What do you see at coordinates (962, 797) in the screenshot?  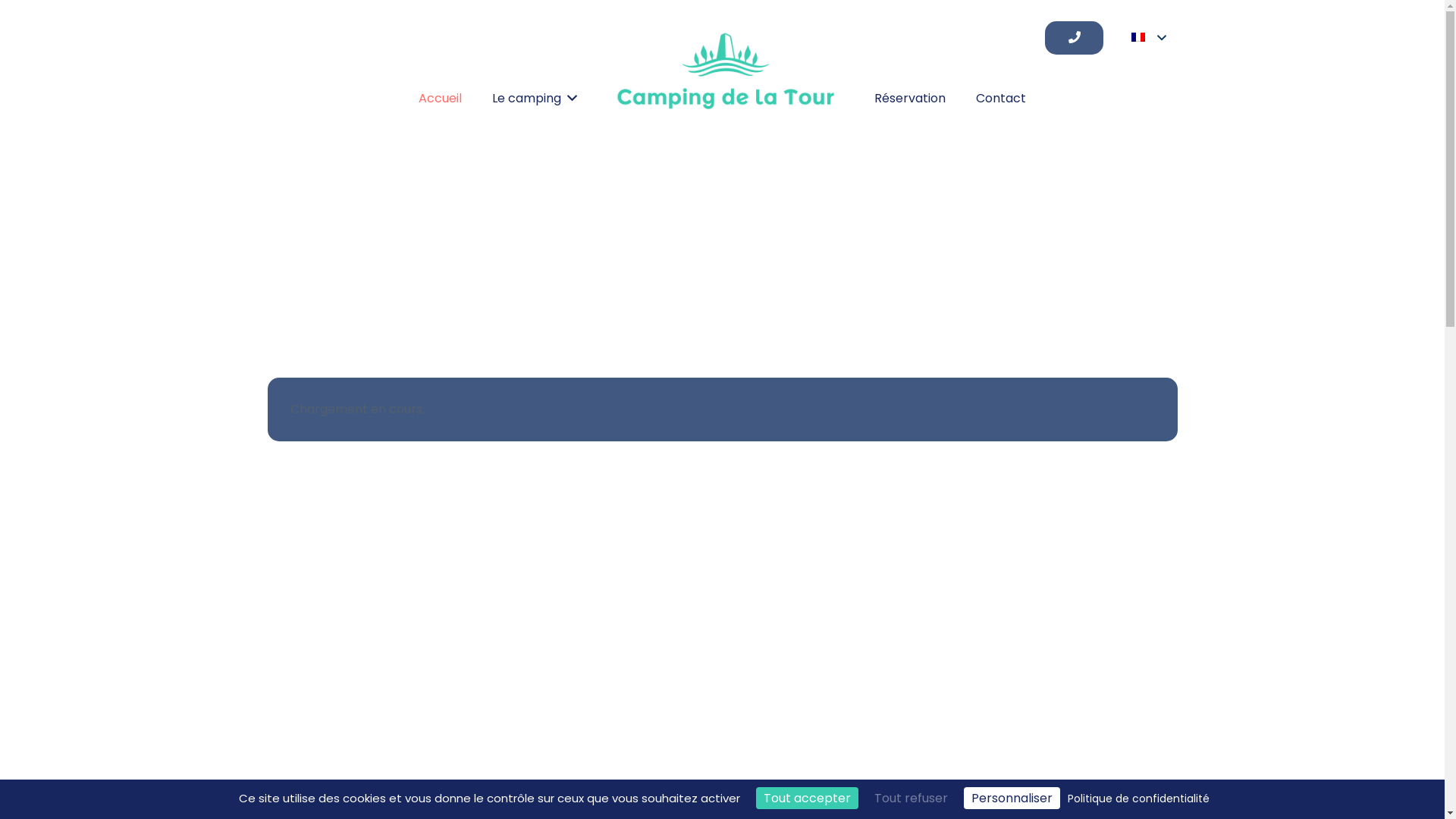 I see `'Personnaliser'` at bounding box center [962, 797].